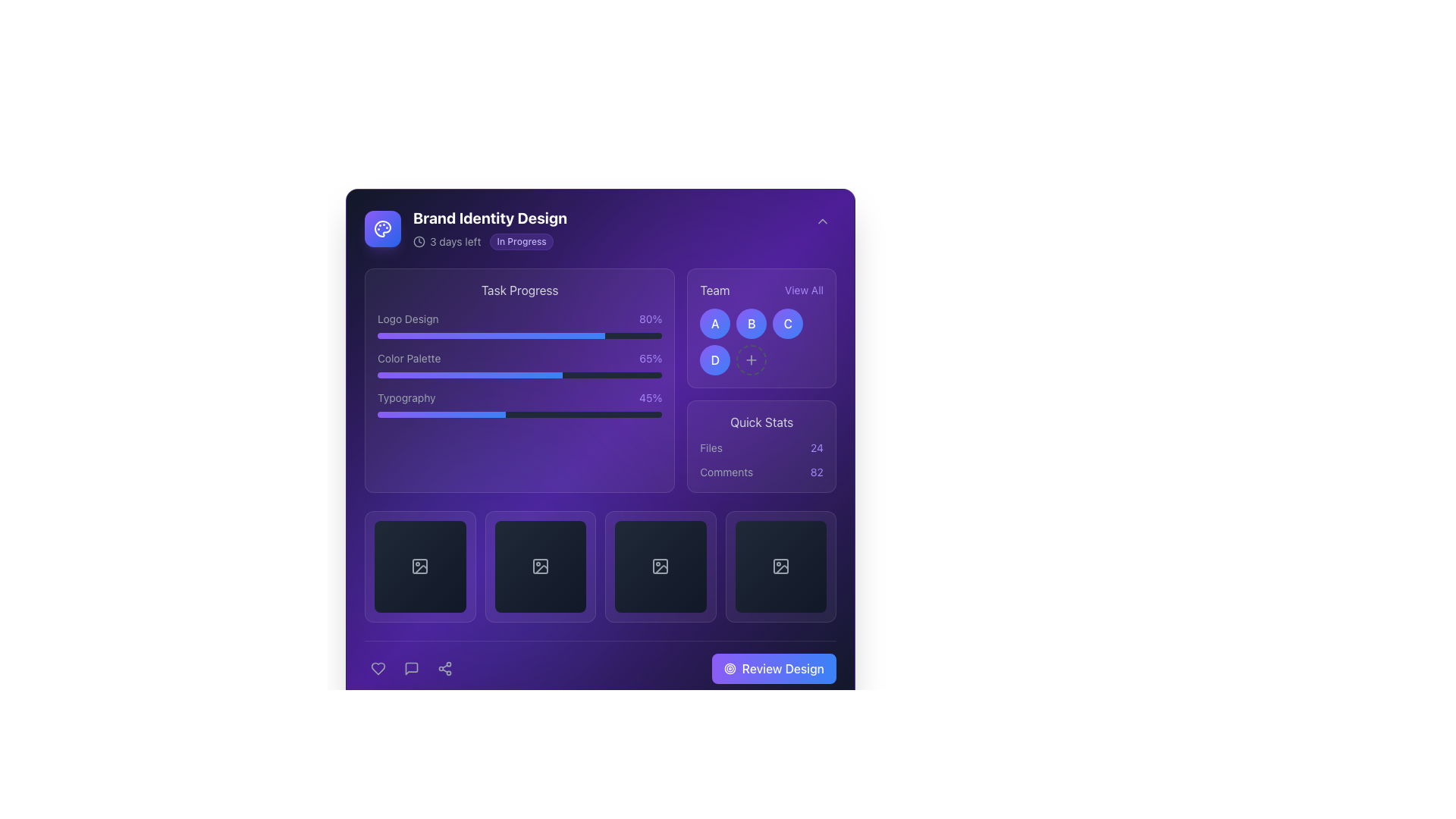 The width and height of the screenshot is (1456, 819). Describe the element at coordinates (761, 379) in the screenshot. I see `the plus button in the team overview panel` at that location.